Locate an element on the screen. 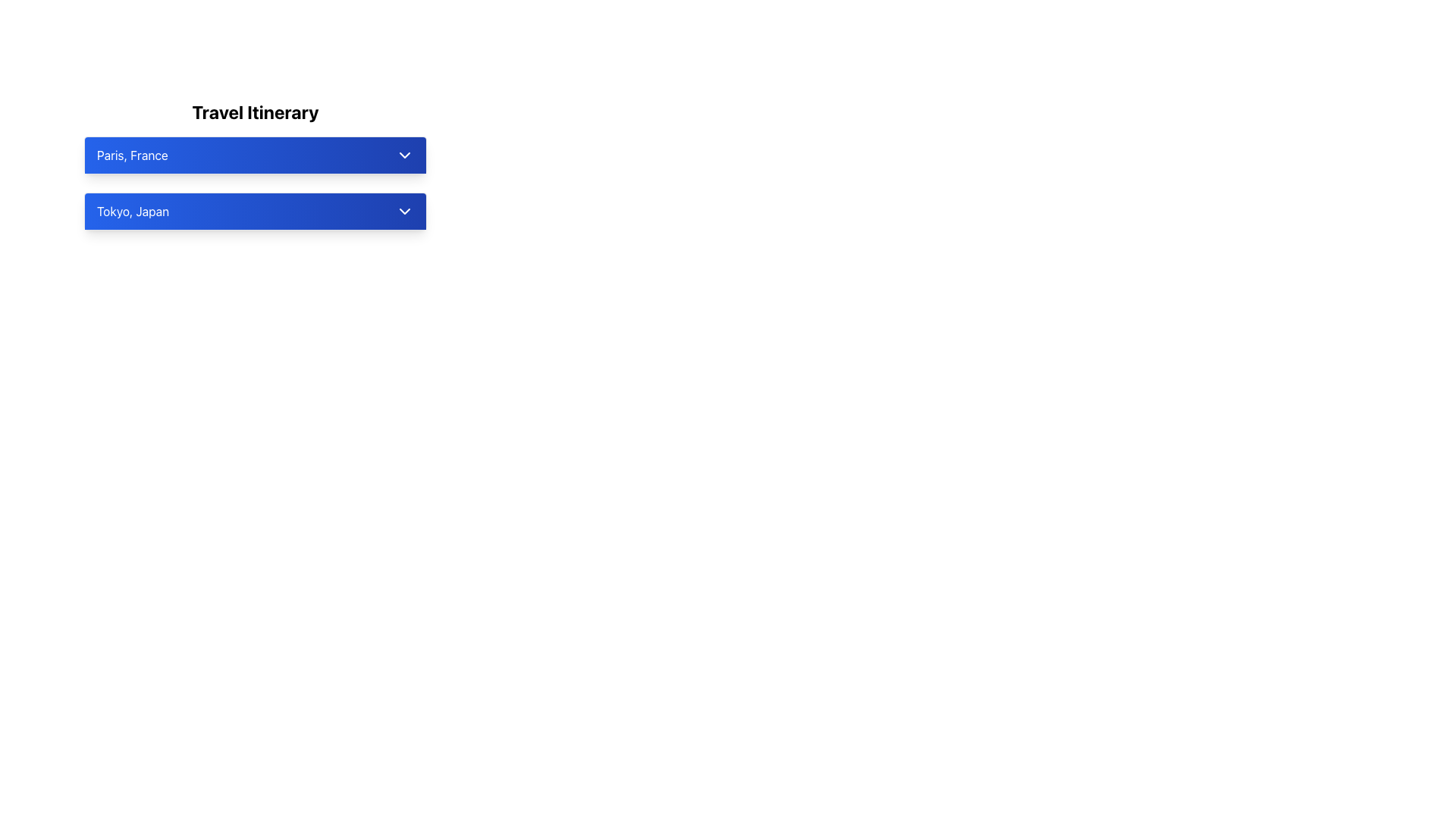 The height and width of the screenshot is (819, 1456). the downward chevron icon located at the far right side of the blue rounded rectangle containing the text 'Tokyo, Japan' is located at coordinates (404, 211).